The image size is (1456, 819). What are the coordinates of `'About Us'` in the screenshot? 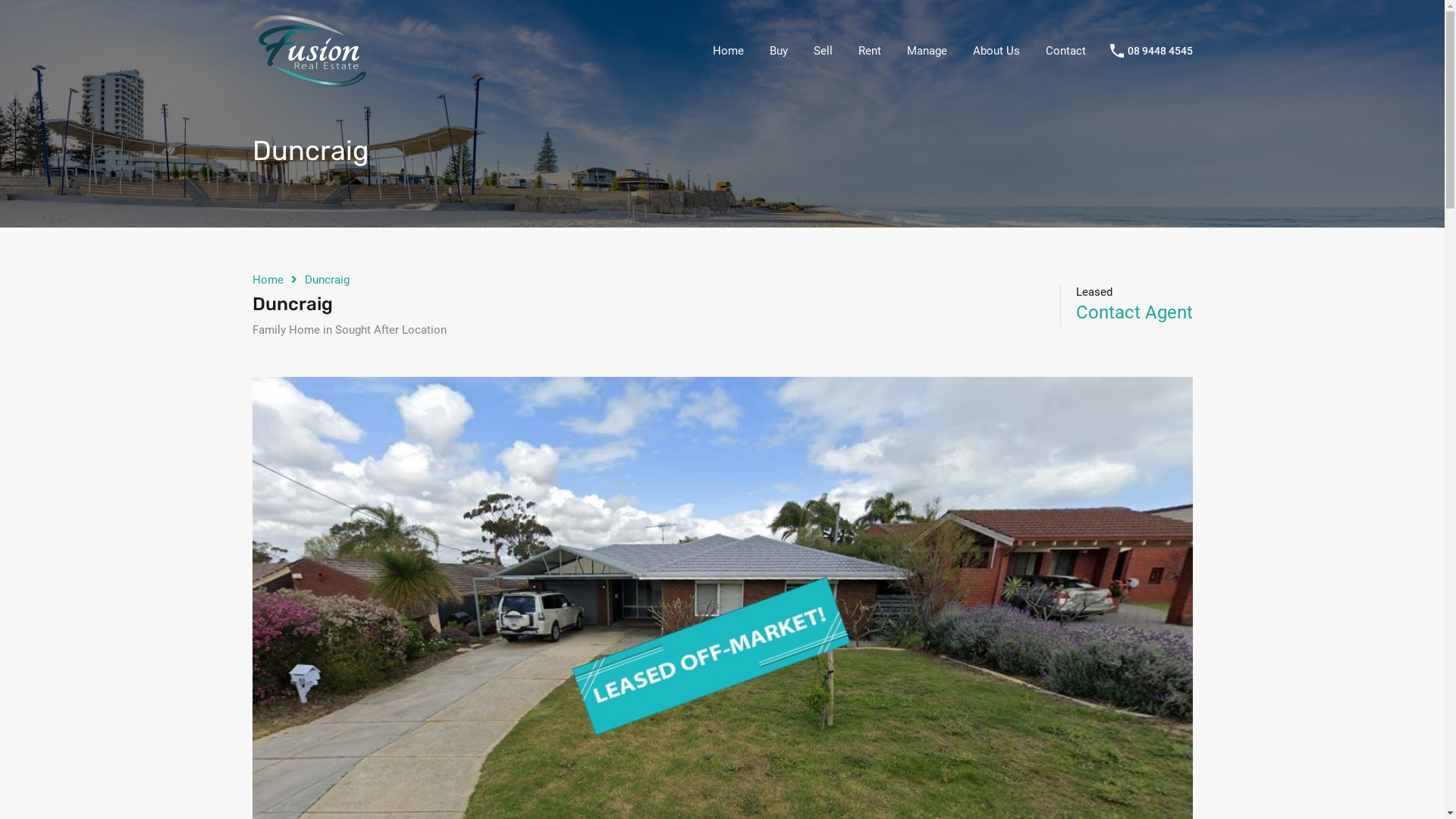 It's located at (959, 49).